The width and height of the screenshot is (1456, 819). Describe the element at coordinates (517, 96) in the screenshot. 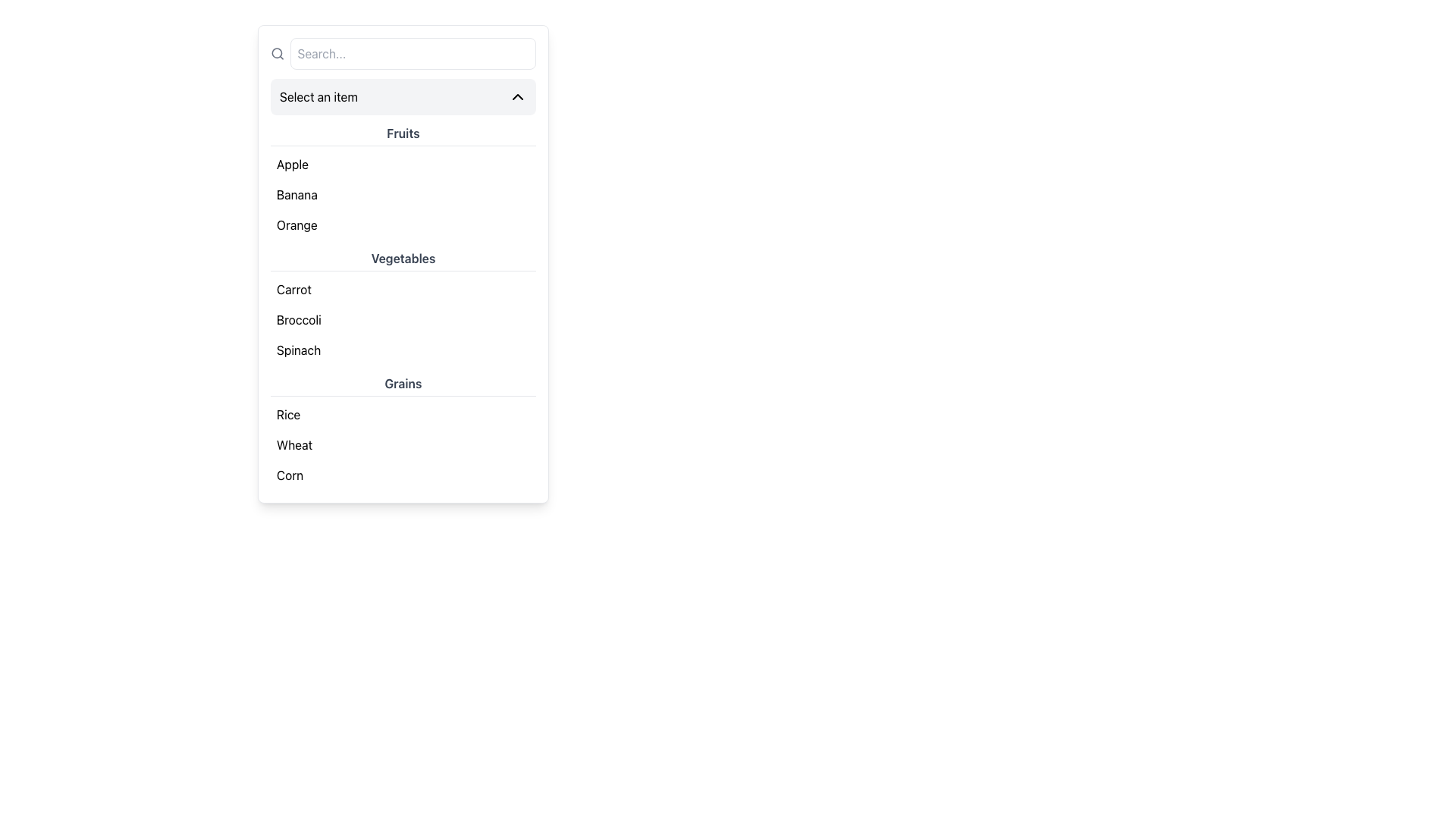

I see `the downward-facing chevron icon located to the right of the 'Select an item' text` at that location.